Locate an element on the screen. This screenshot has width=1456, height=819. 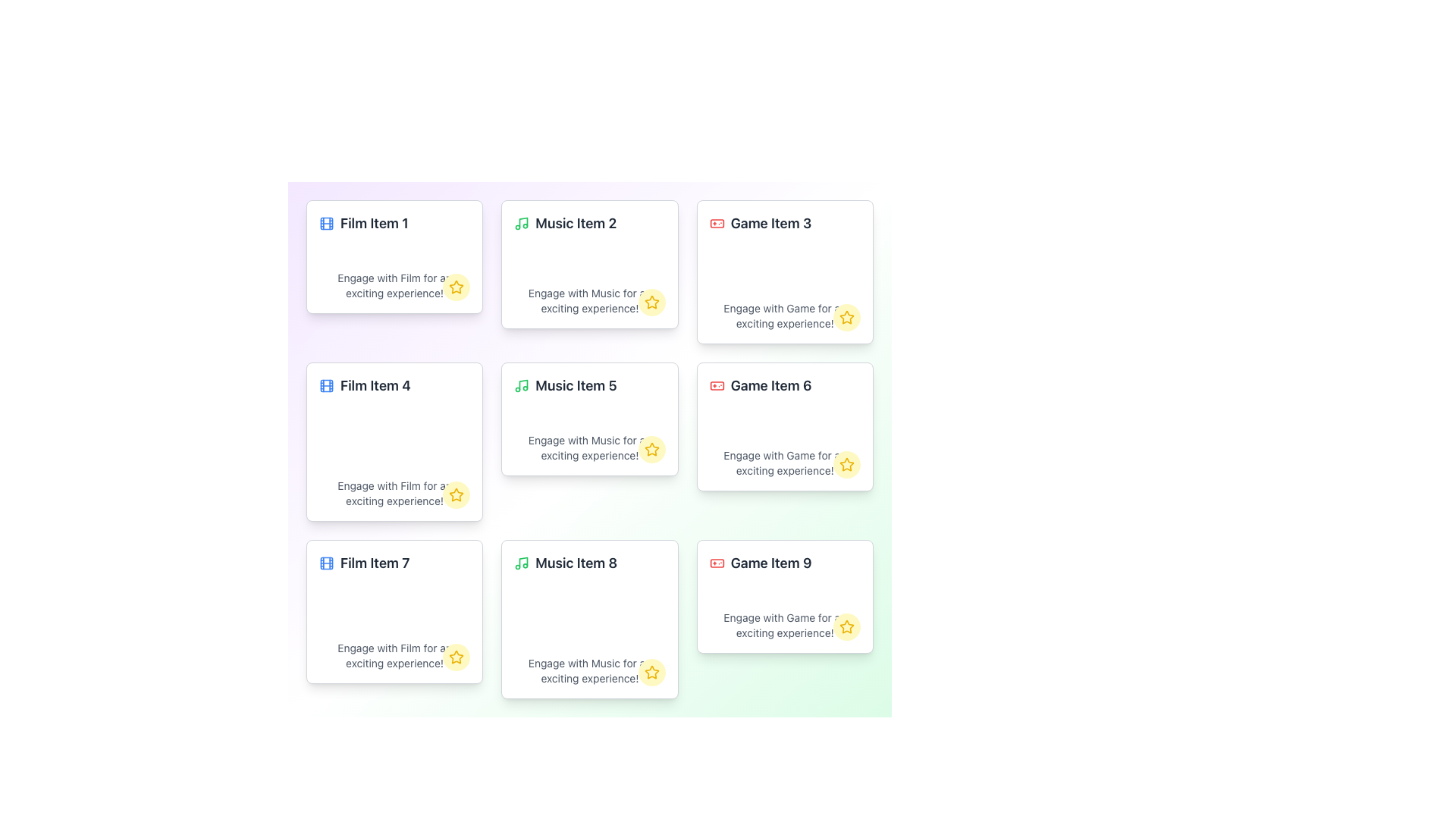
the text label that reads 'Engage with Film for an exciting experience!' located in the lower section of the card labeled 'Film Item 1' is located at coordinates (394, 286).